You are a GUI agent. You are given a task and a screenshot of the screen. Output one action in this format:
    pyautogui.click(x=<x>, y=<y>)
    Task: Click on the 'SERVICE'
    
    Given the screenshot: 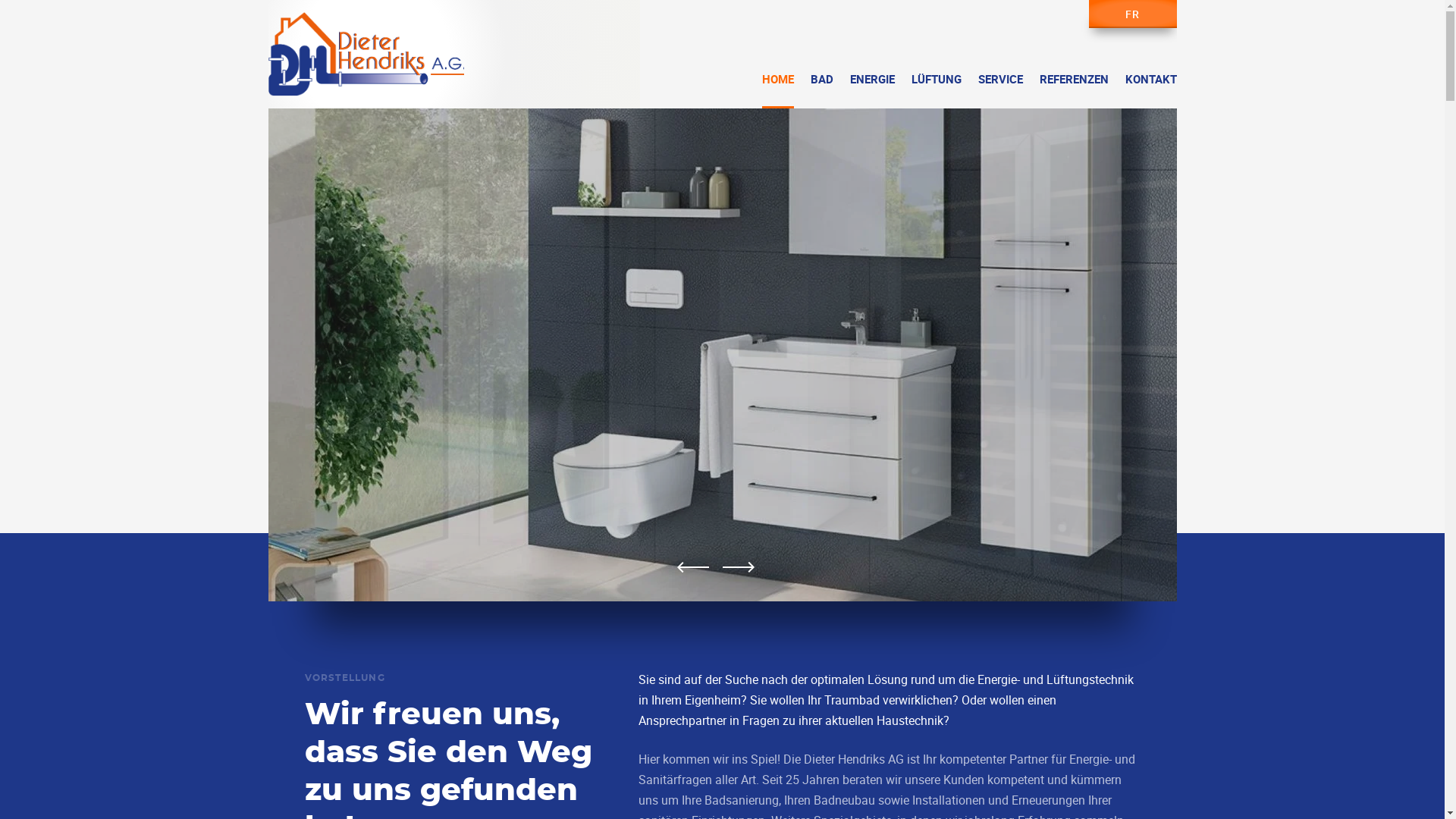 What is the action you would take?
    pyautogui.click(x=1000, y=90)
    